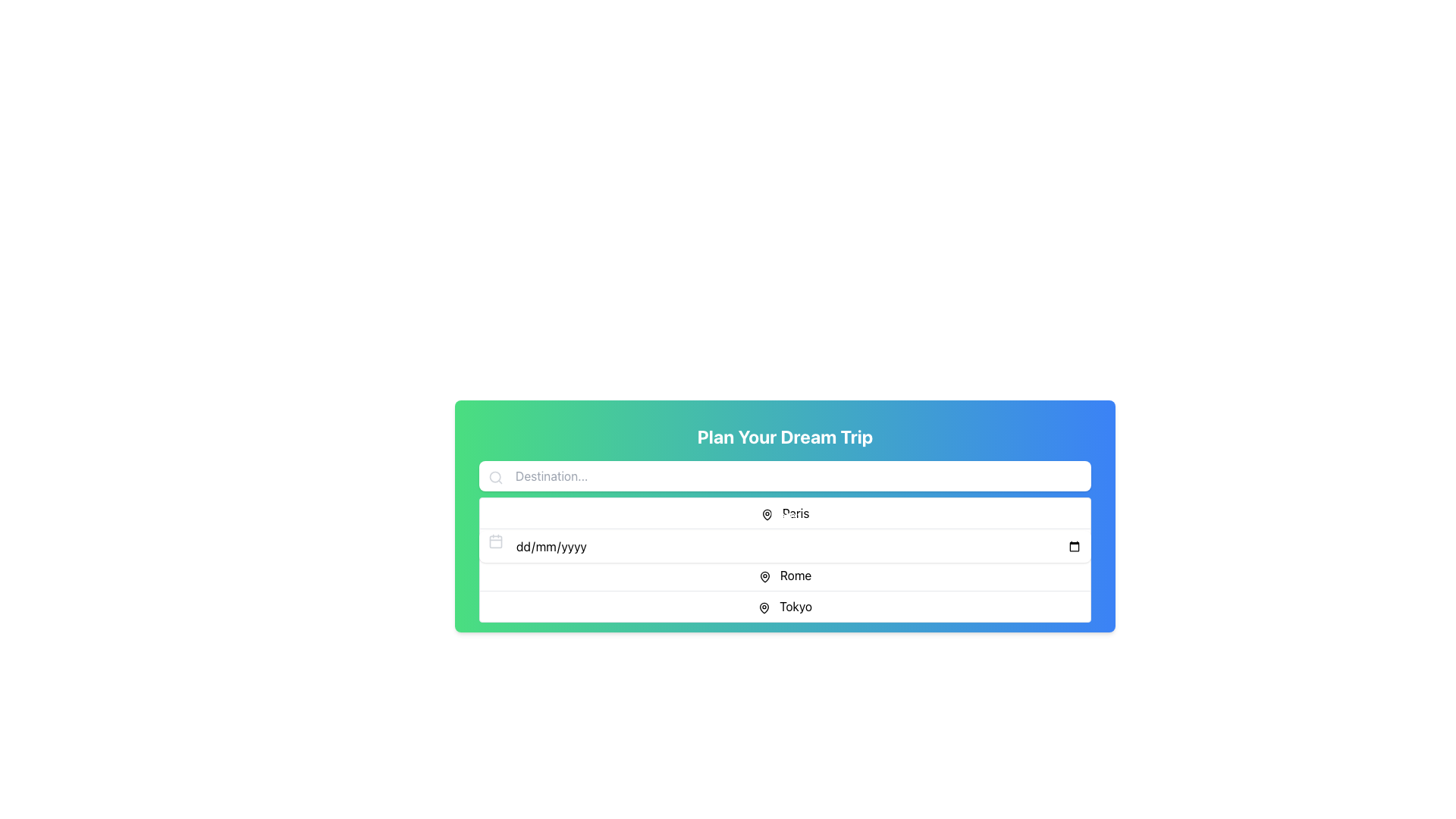 The height and width of the screenshot is (819, 1456). What do you see at coordinates (764, 576) in the screenshot?
I see `the pin icon located to the left of the 'Rome' label, which is the second line item in the list of options` at bounding box center [764, 576].